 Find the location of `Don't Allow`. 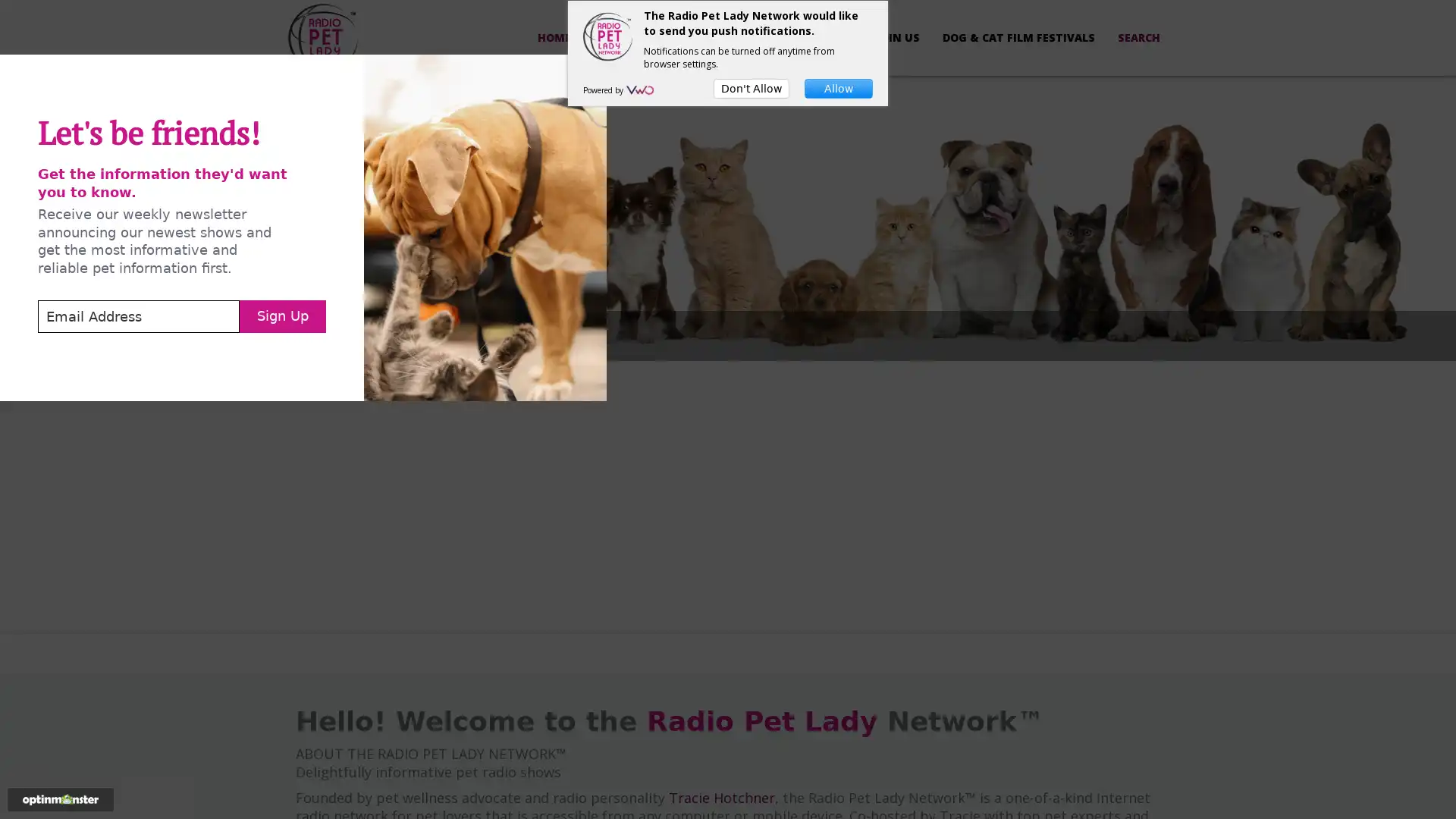

Don't Allow is located at coordinates (751, 87).